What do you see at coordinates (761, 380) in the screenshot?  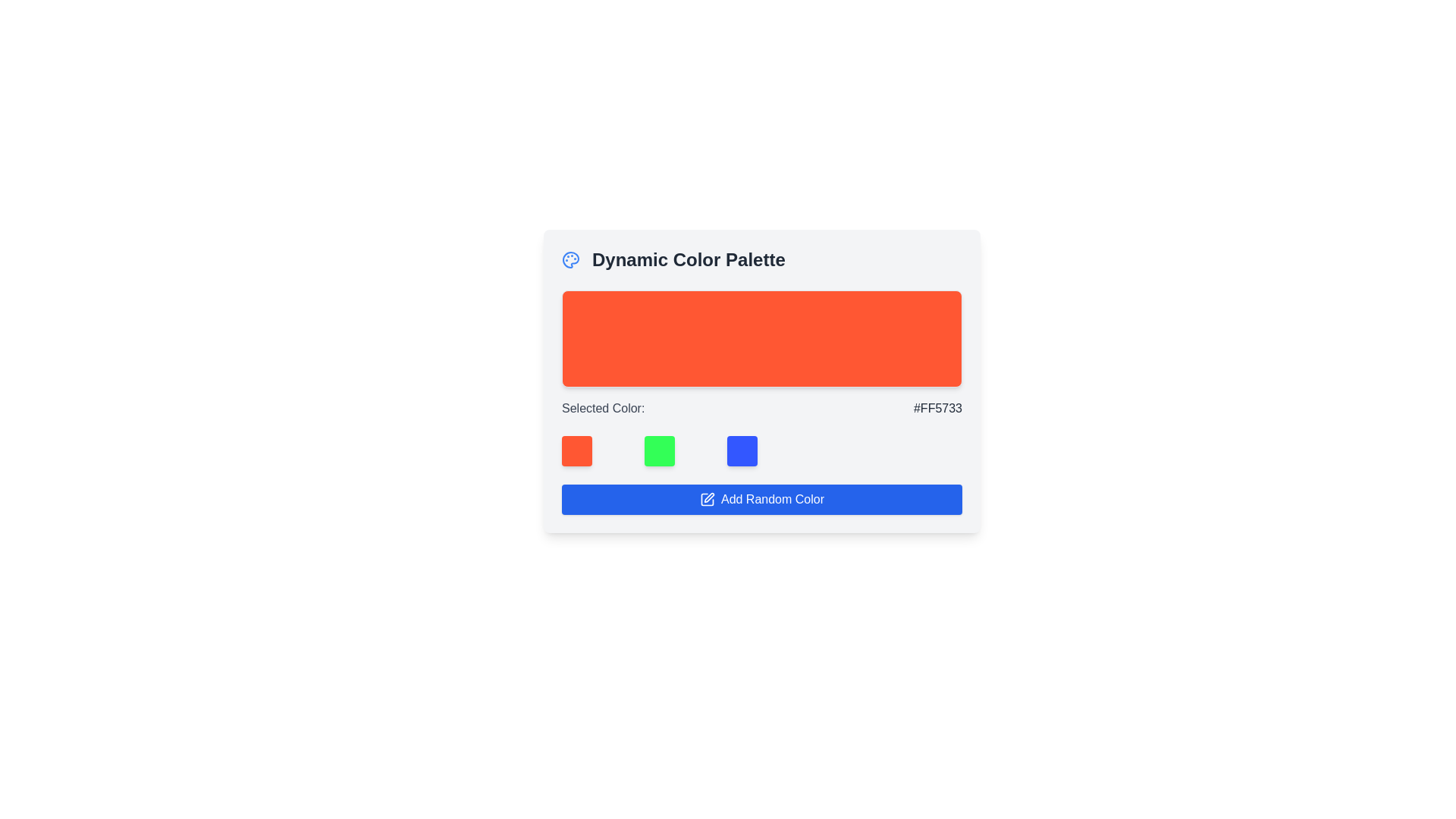 I see `the Color preview display area, which is located below the 'Dynamic Color Palette' label and serves as a preview for the selected color` at bounding box center [761, 380].